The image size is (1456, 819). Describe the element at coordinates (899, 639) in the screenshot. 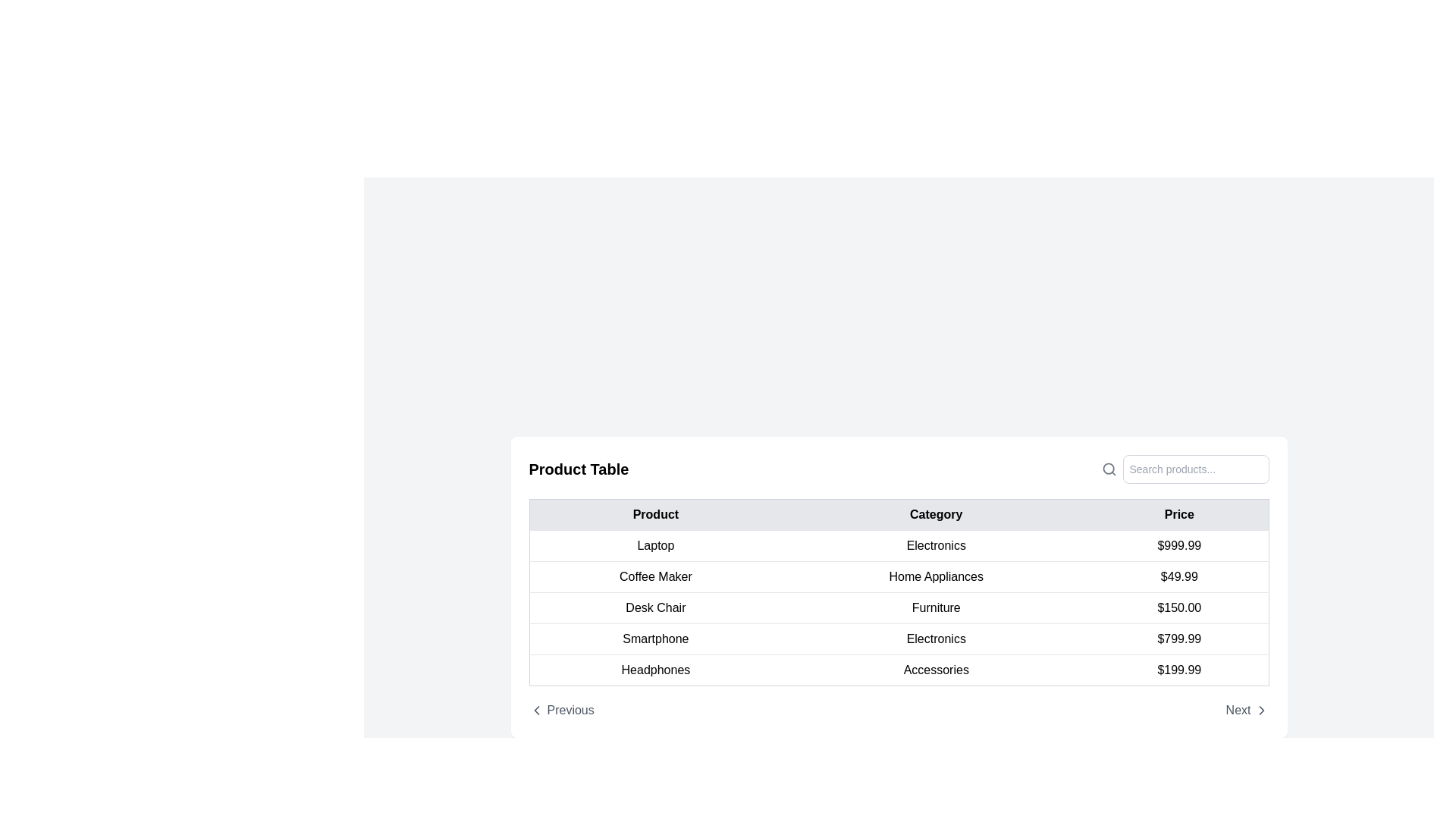

I see `the fourth row of the product table displaying 'Smartphone' in the 'Product' column, 'Electronics' in the 'Category' column, and '$799.99' in the 'Price' column` at that location.